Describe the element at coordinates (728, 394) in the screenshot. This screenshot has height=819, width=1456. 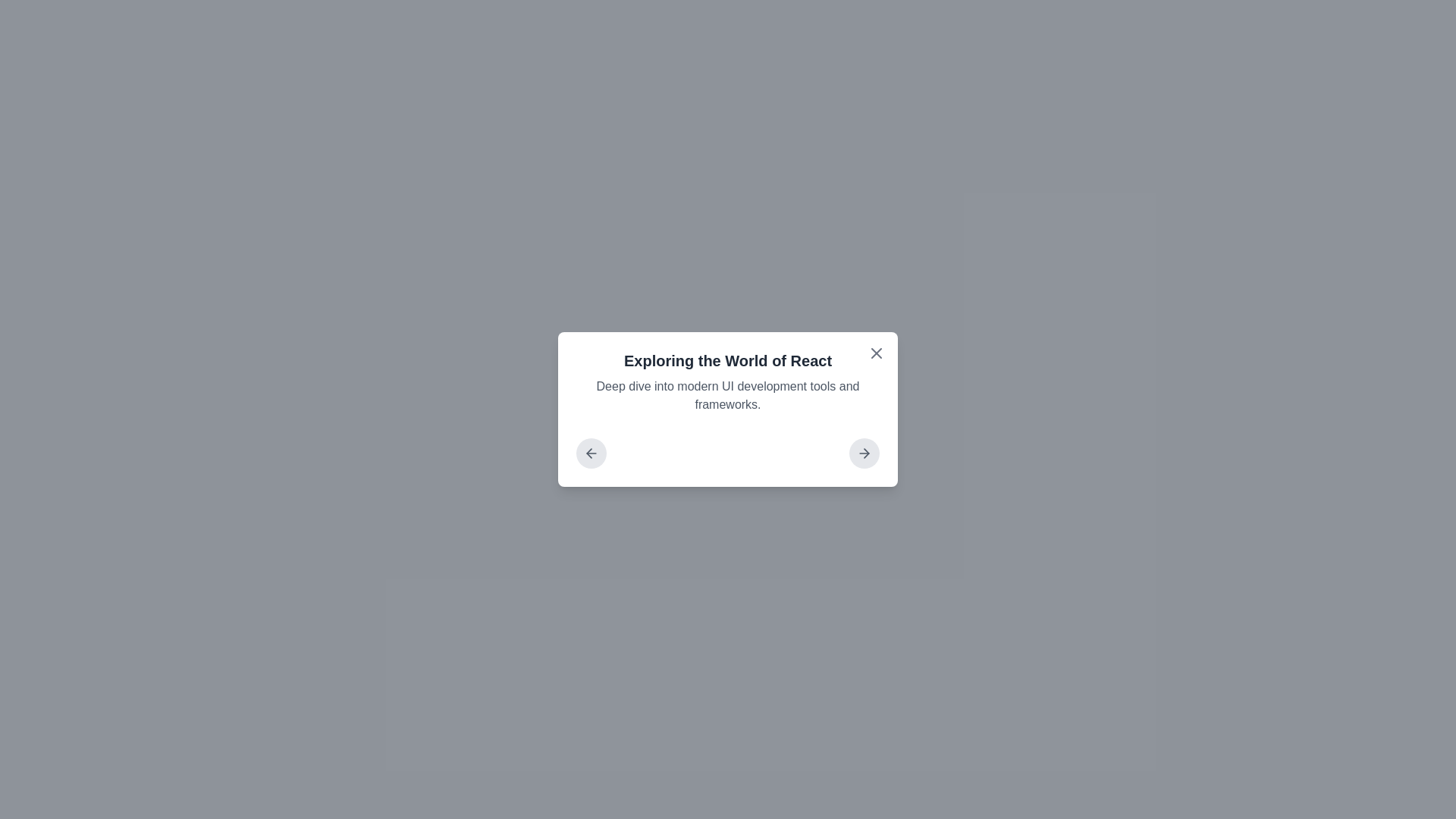
I see `the text paragraph that reads 'Deep dive into modern UI development tools and frameworks.', which is styled in gray and positioned below the heading 'Exploring the World of React'` at that location.